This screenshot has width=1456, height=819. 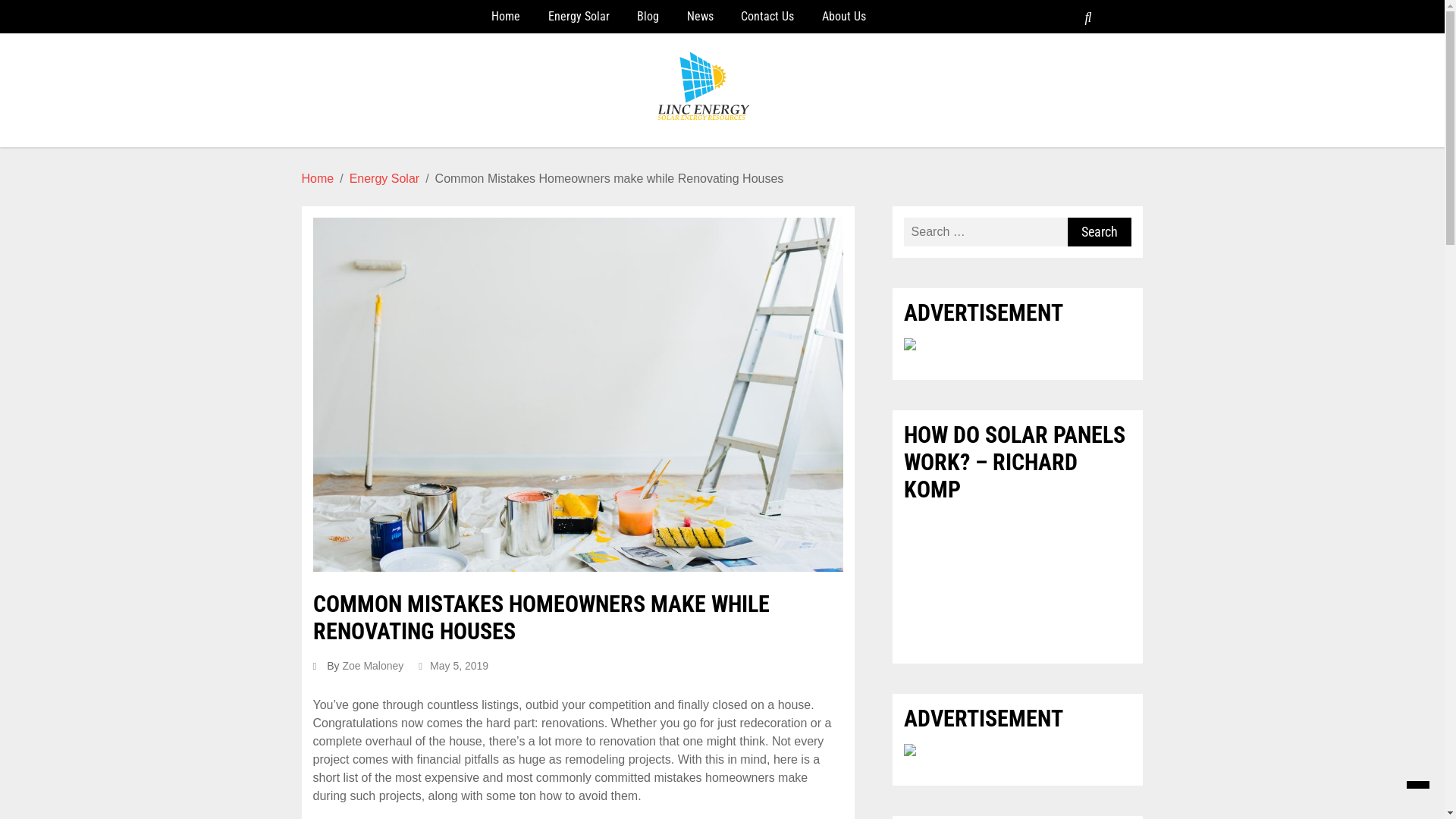 I want to click on 'News', so click(x=699, y=17).